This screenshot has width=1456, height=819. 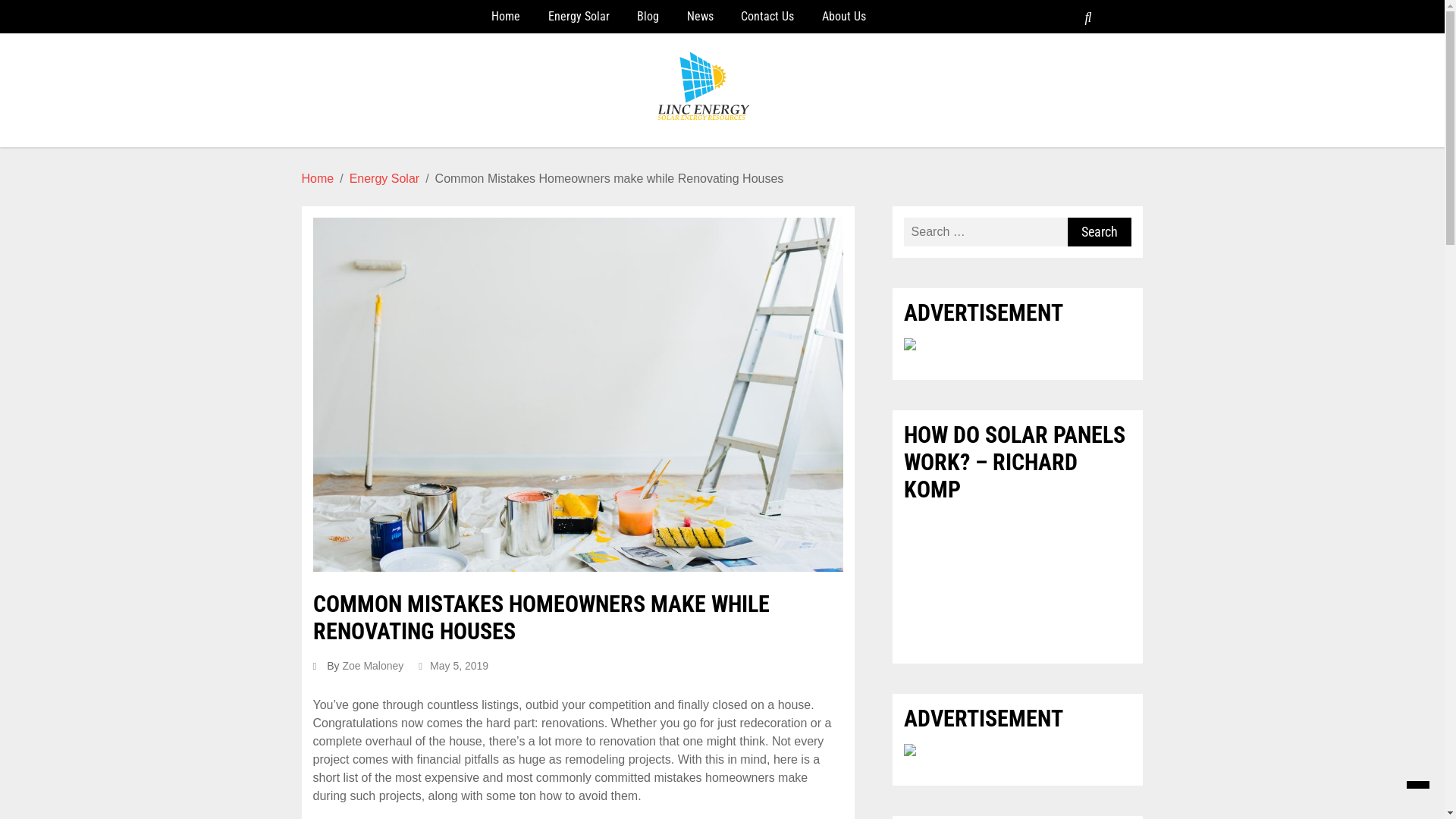 I want to click on 'News', so click(x=699, y=17).